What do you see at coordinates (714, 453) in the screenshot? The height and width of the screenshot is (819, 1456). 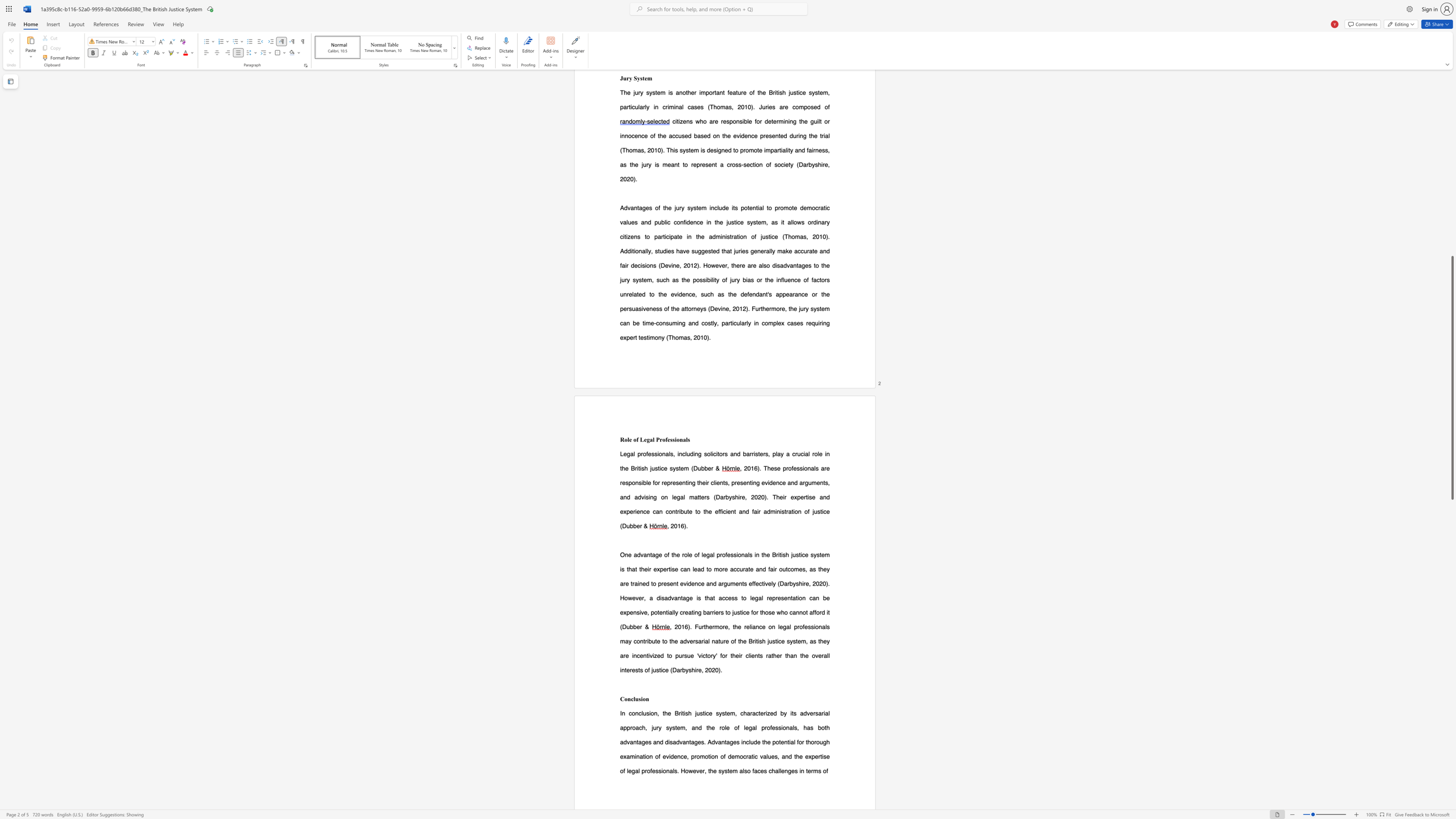 I see `the 2th character "c" in the text` at bounding box center [714, 453].